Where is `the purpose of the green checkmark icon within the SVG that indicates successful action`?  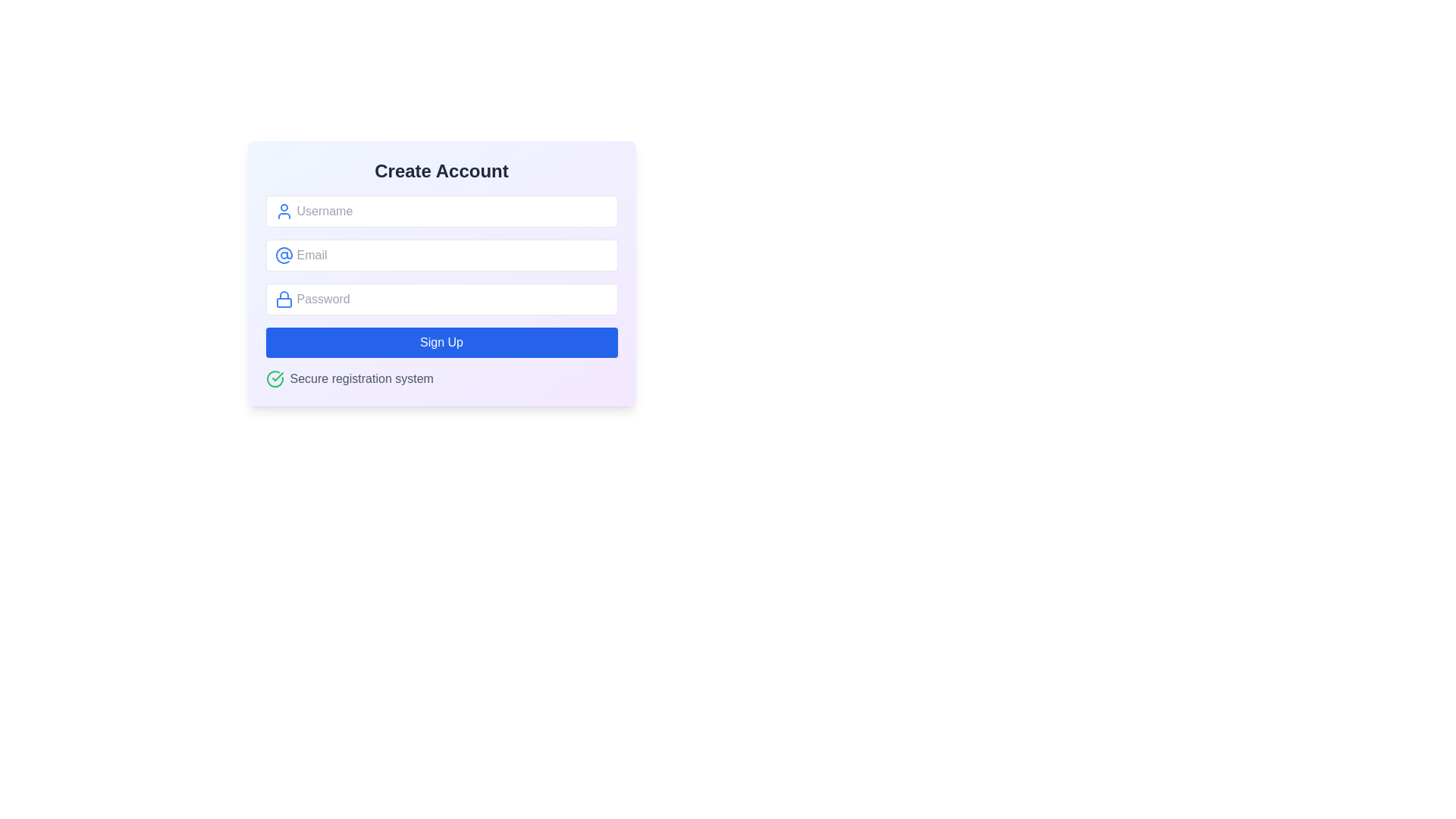
the purpose of the green checkmark icon within the SVG that indicates successful action is located at coordinates (277, 376).